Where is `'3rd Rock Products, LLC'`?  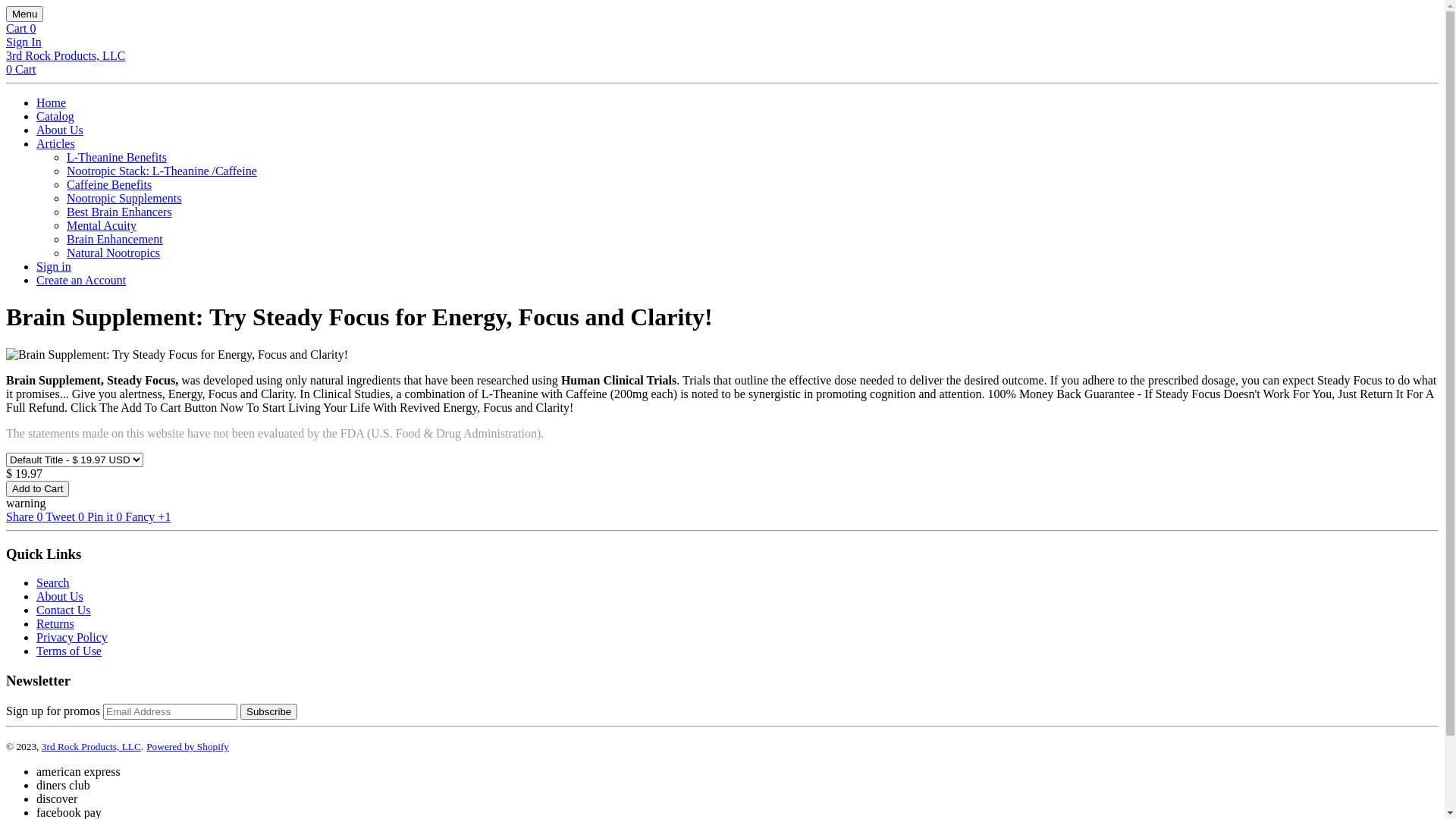 '3rd Rock Products, LLC' is located at coordinates (90, 745).